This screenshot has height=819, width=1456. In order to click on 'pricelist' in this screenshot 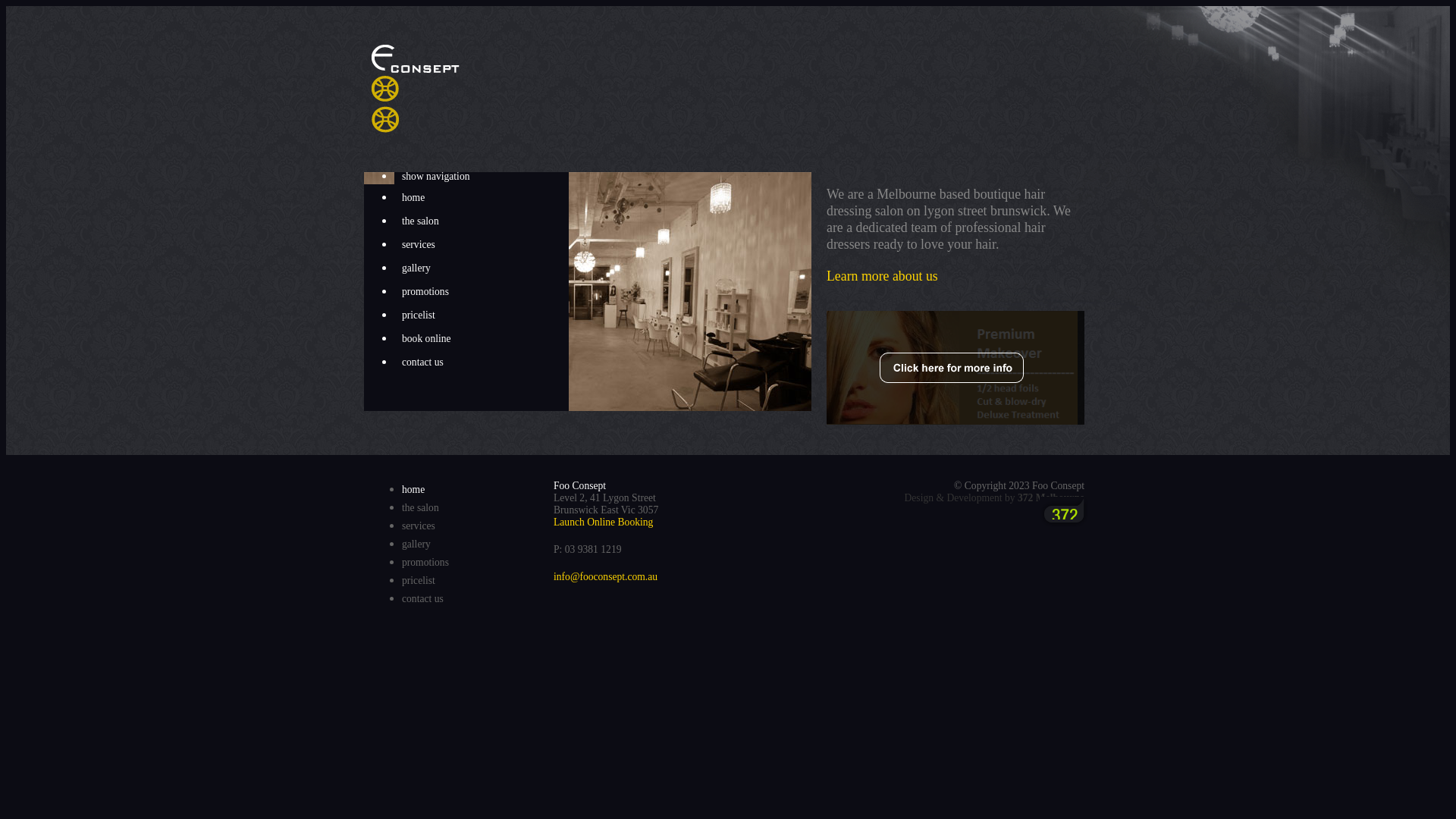, I will do `click(401, 580)`.